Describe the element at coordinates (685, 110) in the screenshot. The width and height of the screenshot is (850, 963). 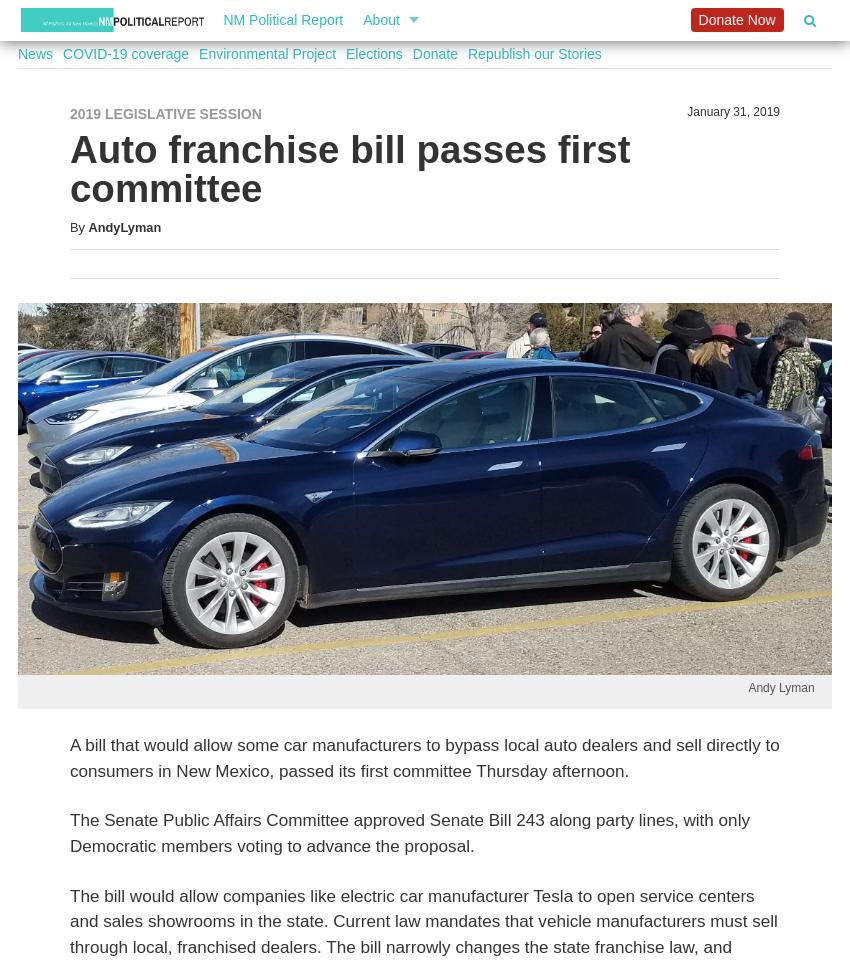
I see `'January 31, 2019'` at that location.